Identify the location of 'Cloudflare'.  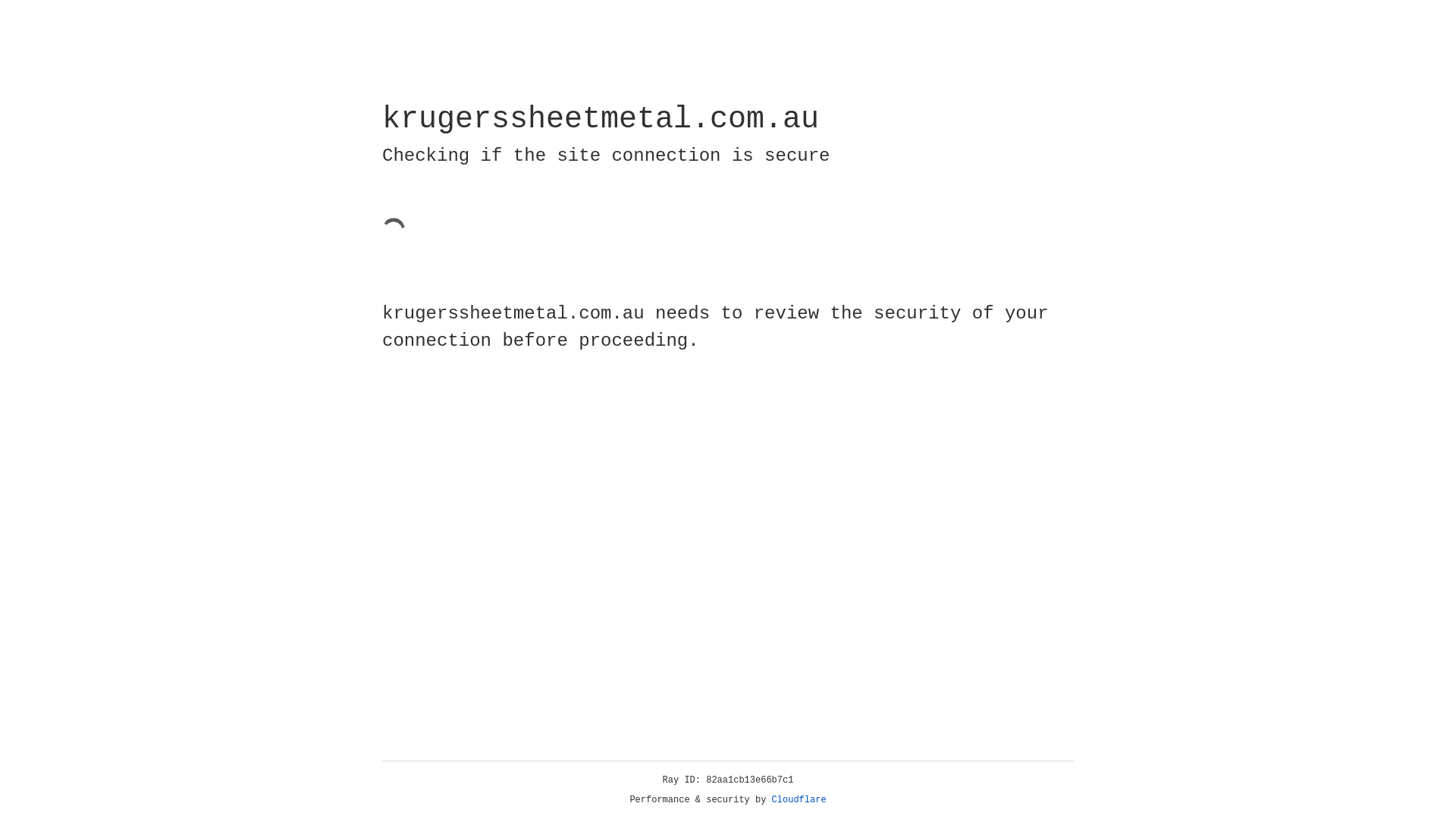
(799, 799).